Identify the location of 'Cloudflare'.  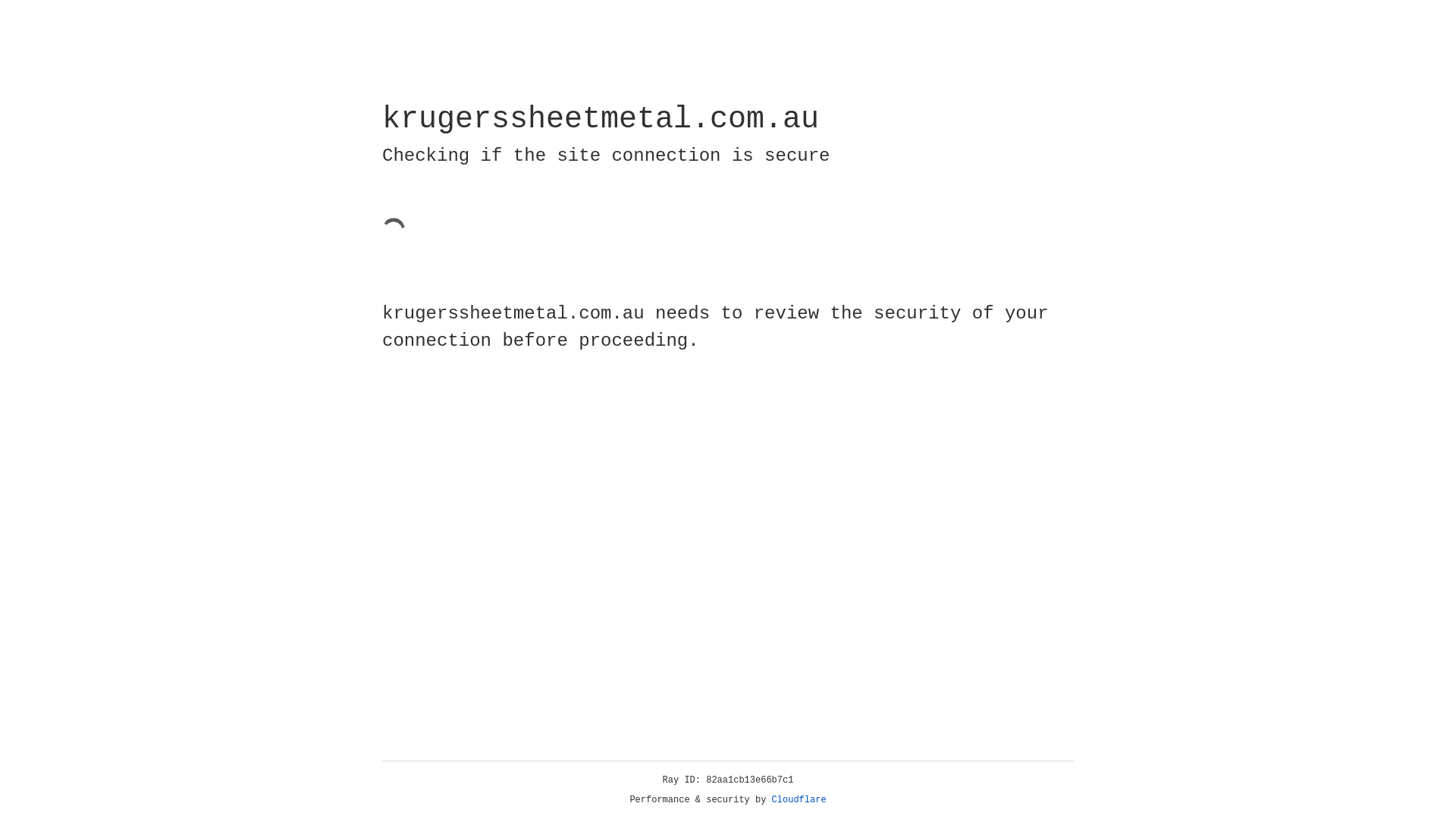
(799, 799).